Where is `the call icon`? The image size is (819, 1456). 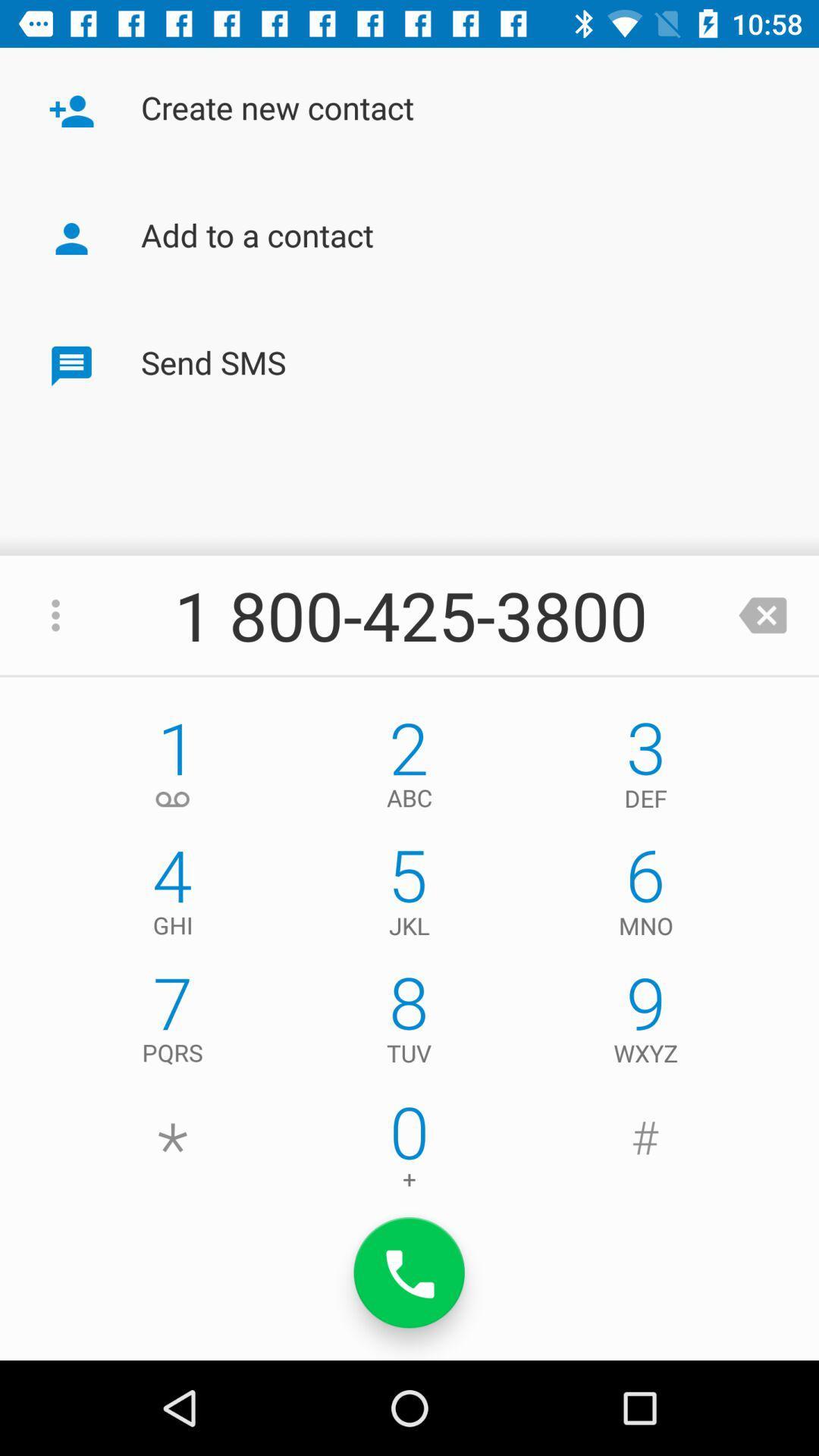 the call icon is located at coordinates (409, 1272).